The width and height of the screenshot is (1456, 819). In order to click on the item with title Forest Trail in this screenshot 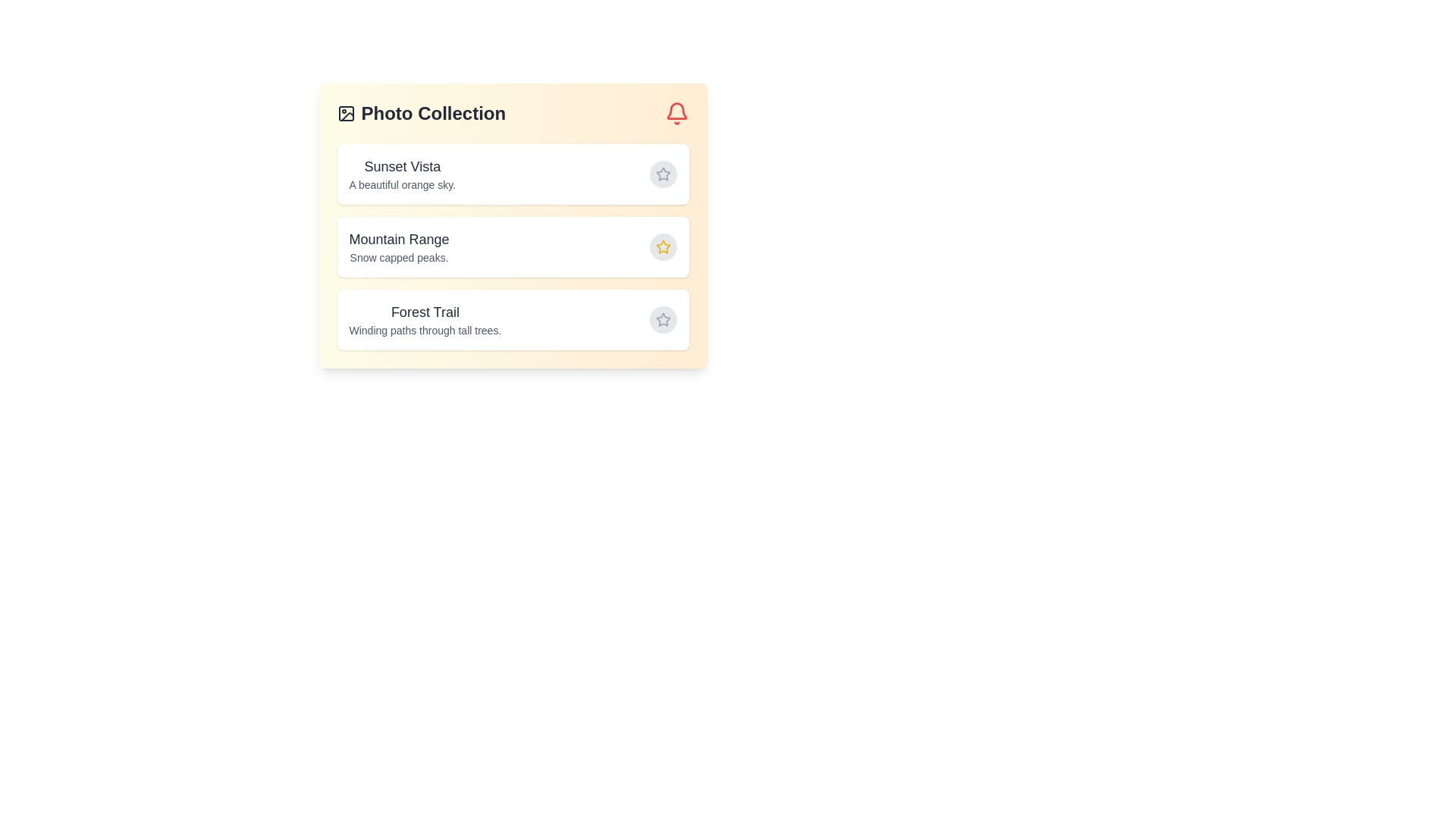, I will do `click(513, 318)`.